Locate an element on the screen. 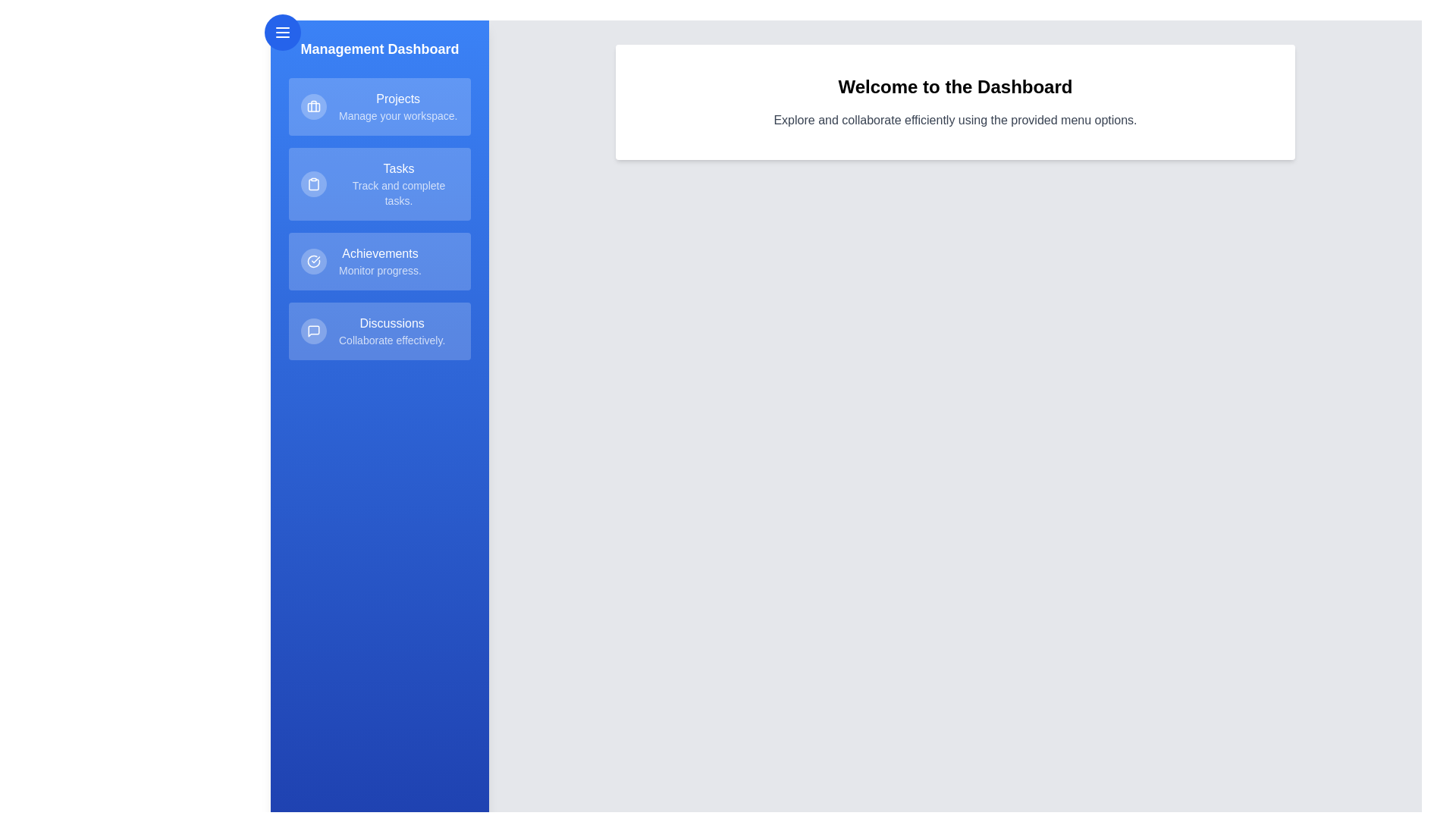 The width and height of the screenshot is (1456, 819). the icon for Projects in the drawer is located at coordinates (312, 106).